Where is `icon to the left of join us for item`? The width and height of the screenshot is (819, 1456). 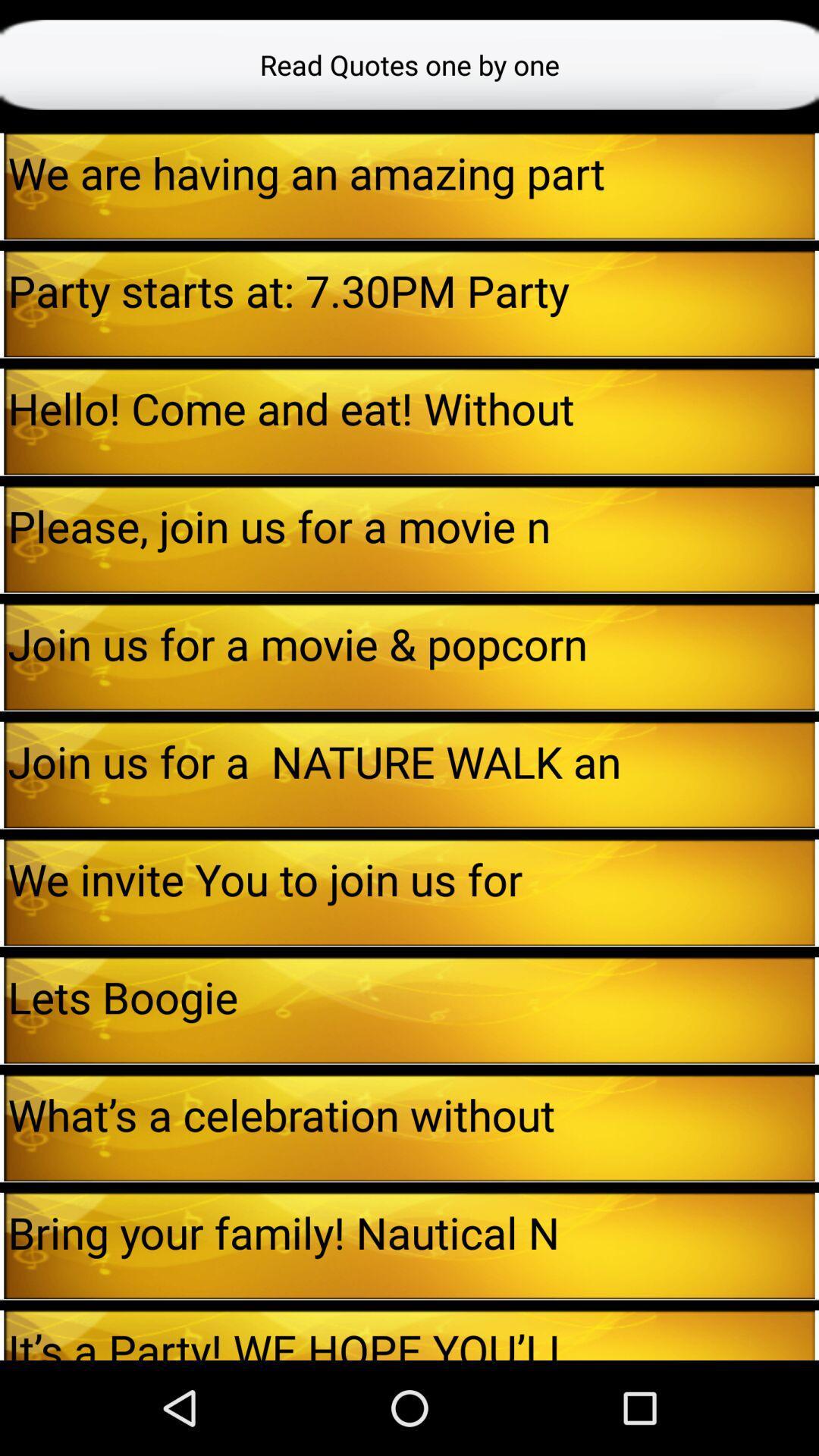 icon to the left of join us for item is located at coordinates (2, 657).